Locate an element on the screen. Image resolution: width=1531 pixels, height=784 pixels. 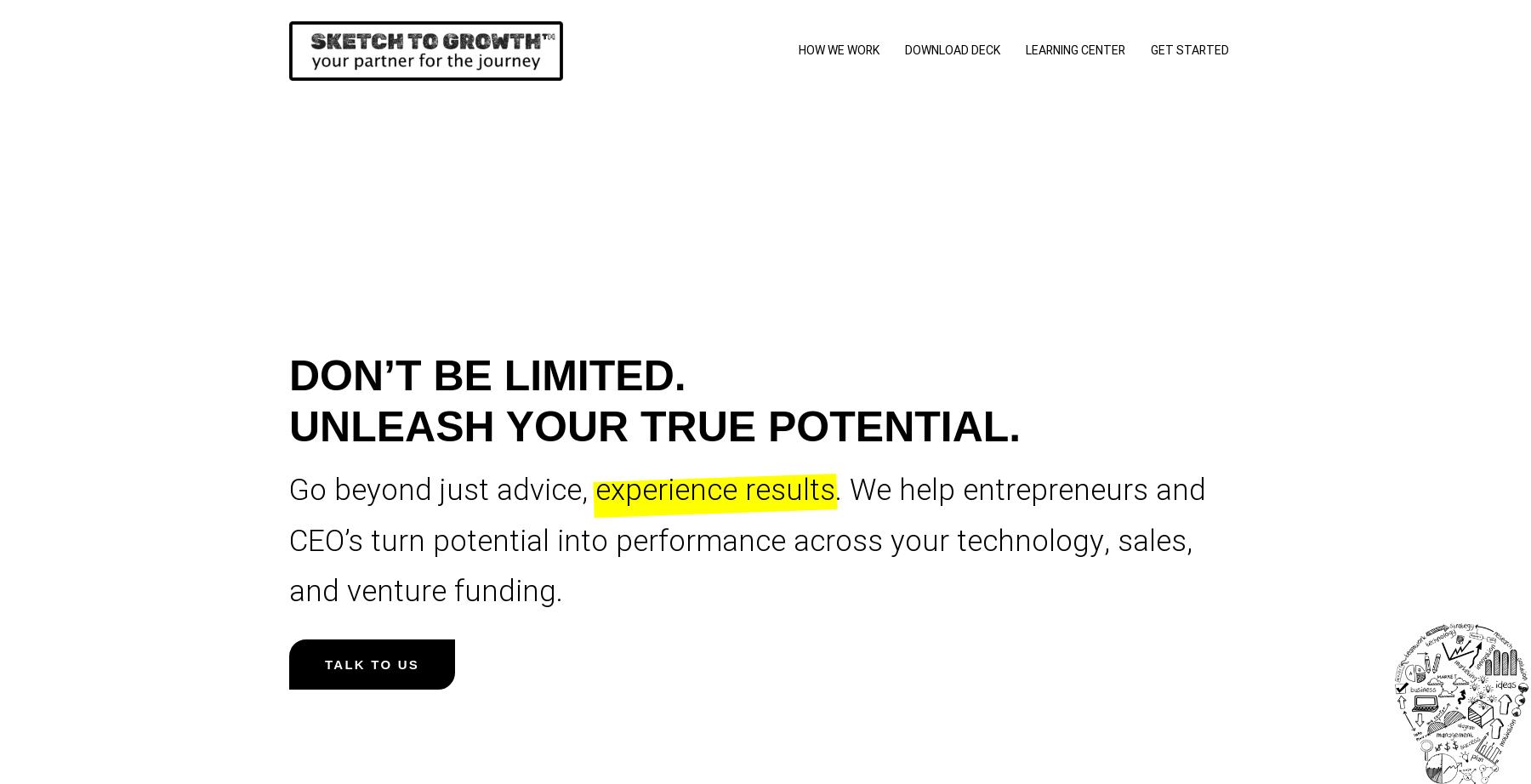
'How We Work' is located at coordinates (798, 50).